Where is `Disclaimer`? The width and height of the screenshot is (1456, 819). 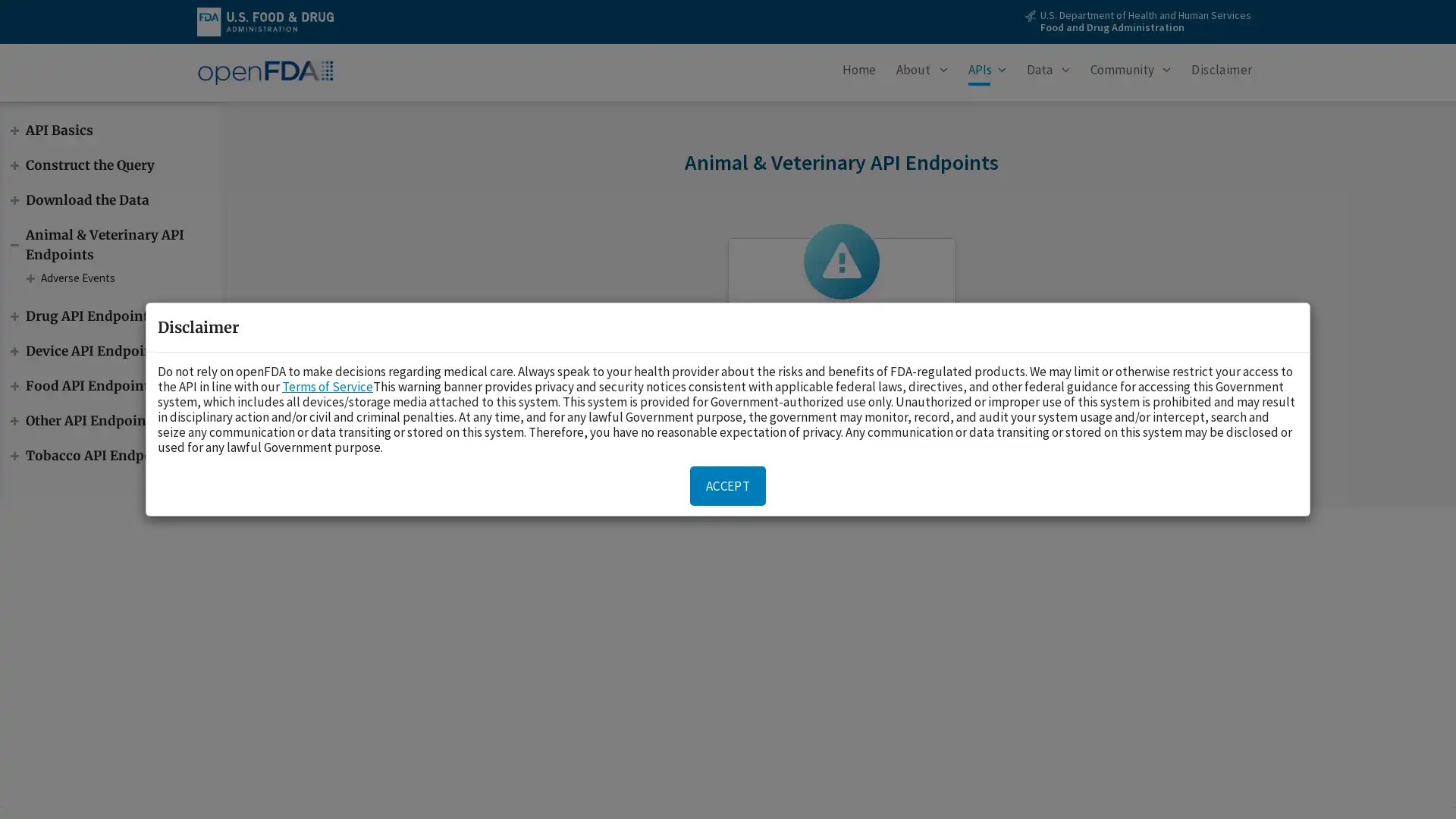 Disclaimer is located at coordinates (1222, 73).